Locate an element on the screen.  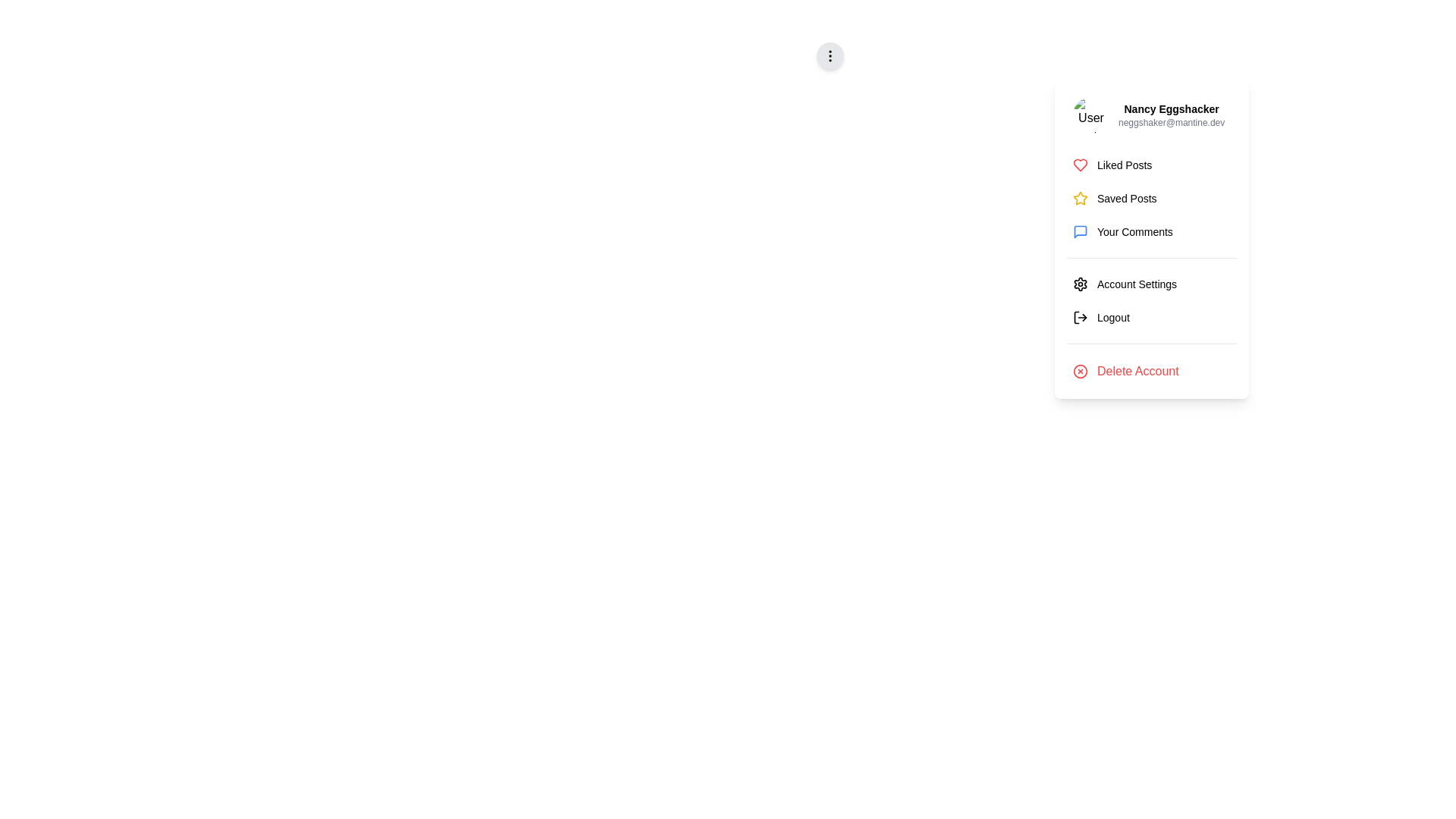
the gear-shaped icon next to the 'Account Settings' label is located at coordinates (1080, 284).